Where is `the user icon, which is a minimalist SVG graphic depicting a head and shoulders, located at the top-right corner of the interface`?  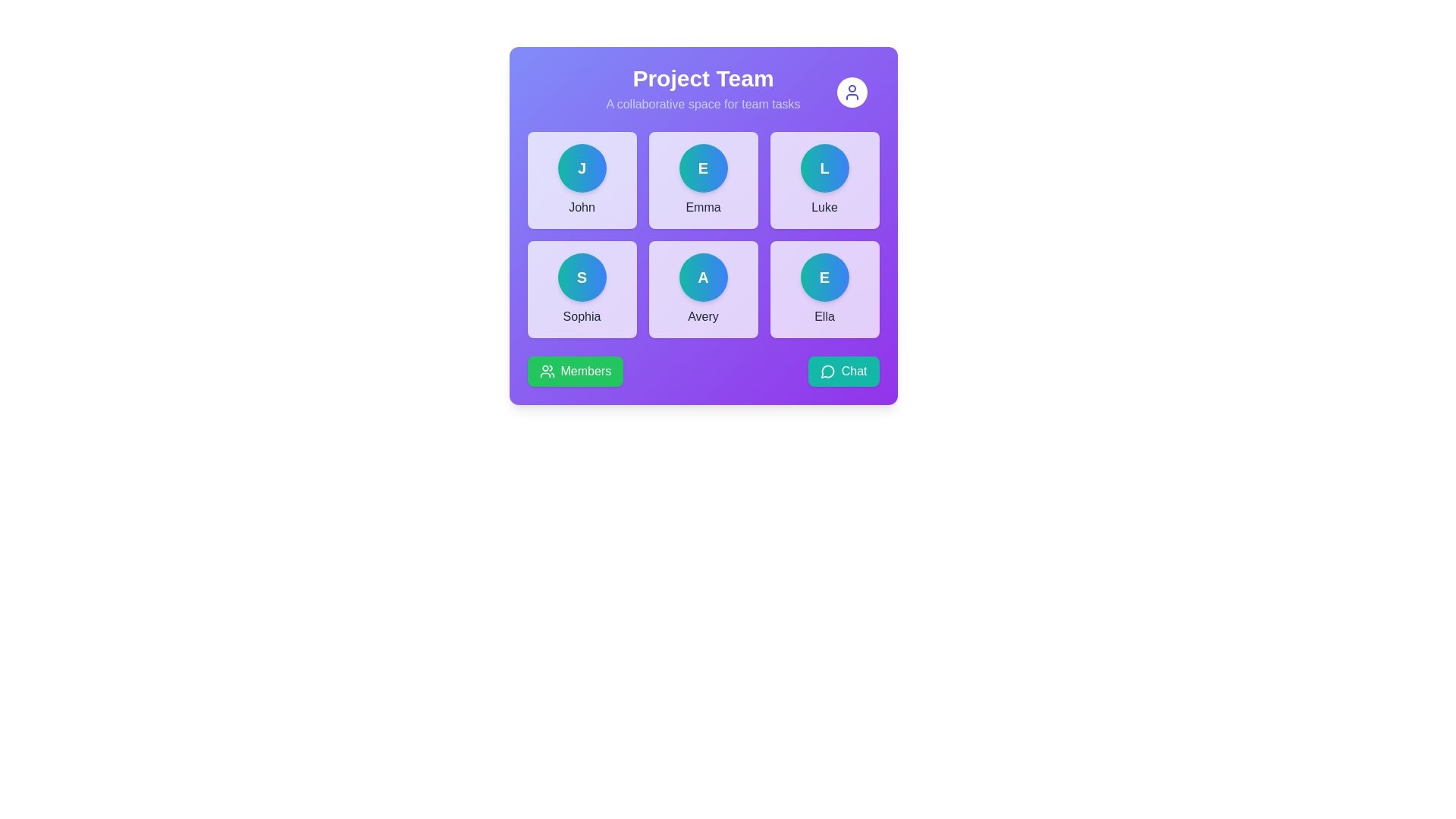 the user icon, which is a minimalist SVG graphic depicting a head and shoulders, located at the top-right corner of the interface is located at coordinates (852, 93).